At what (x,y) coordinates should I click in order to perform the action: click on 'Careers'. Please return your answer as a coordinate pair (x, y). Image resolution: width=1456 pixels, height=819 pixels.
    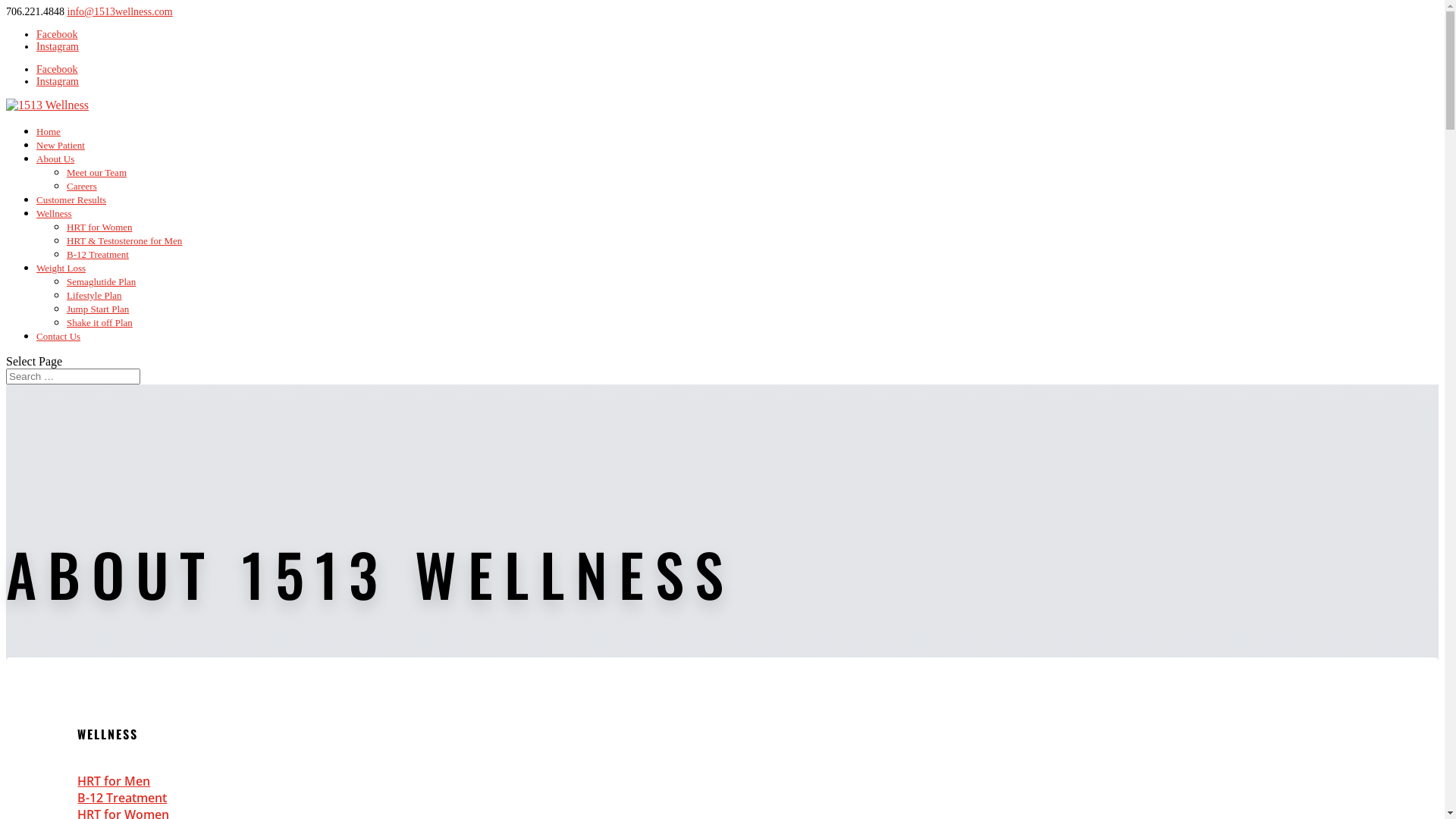
    Looking at the image, I should click on (80, 185).